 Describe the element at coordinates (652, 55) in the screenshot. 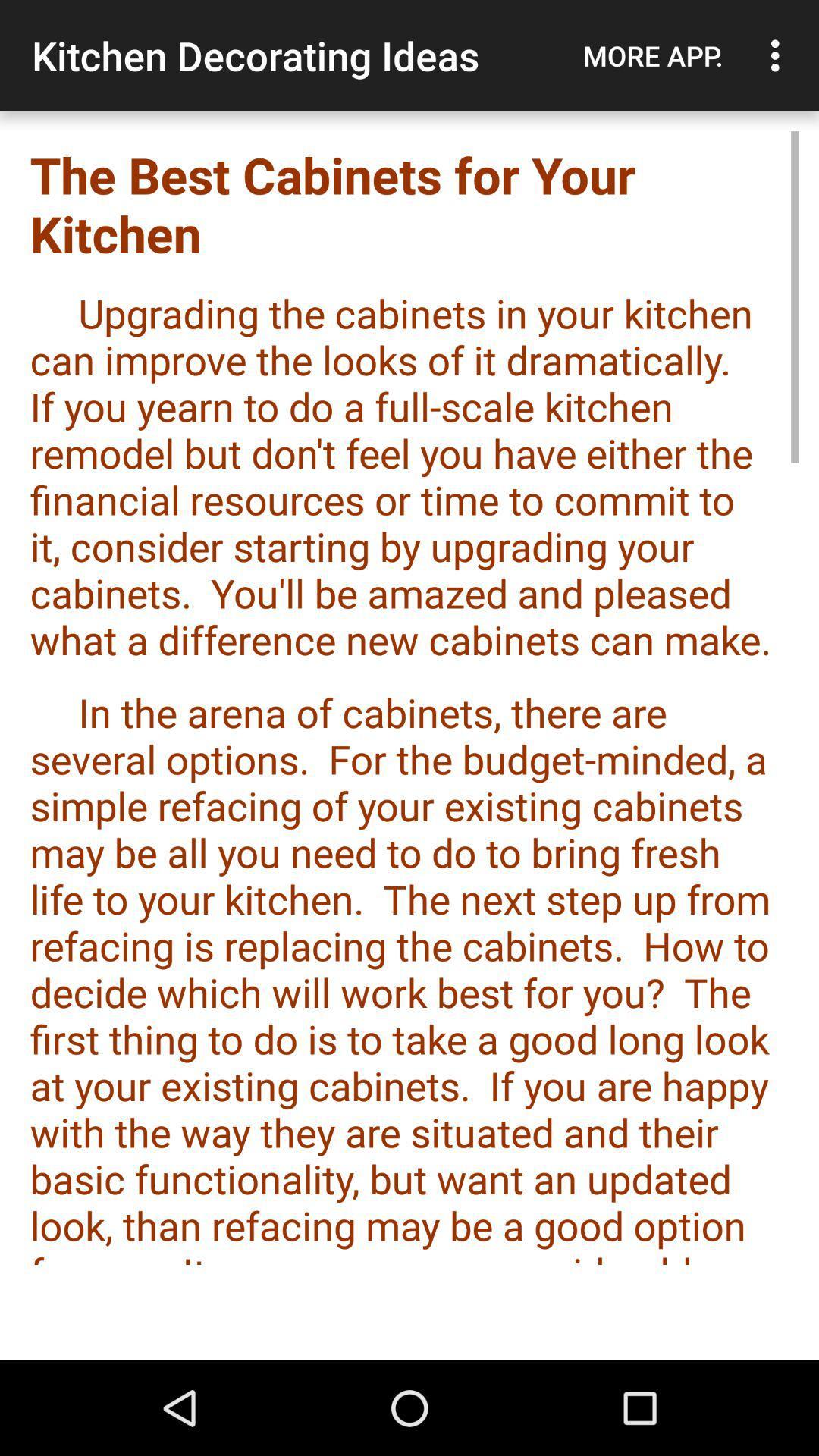

I see `the more app. item` at that location.